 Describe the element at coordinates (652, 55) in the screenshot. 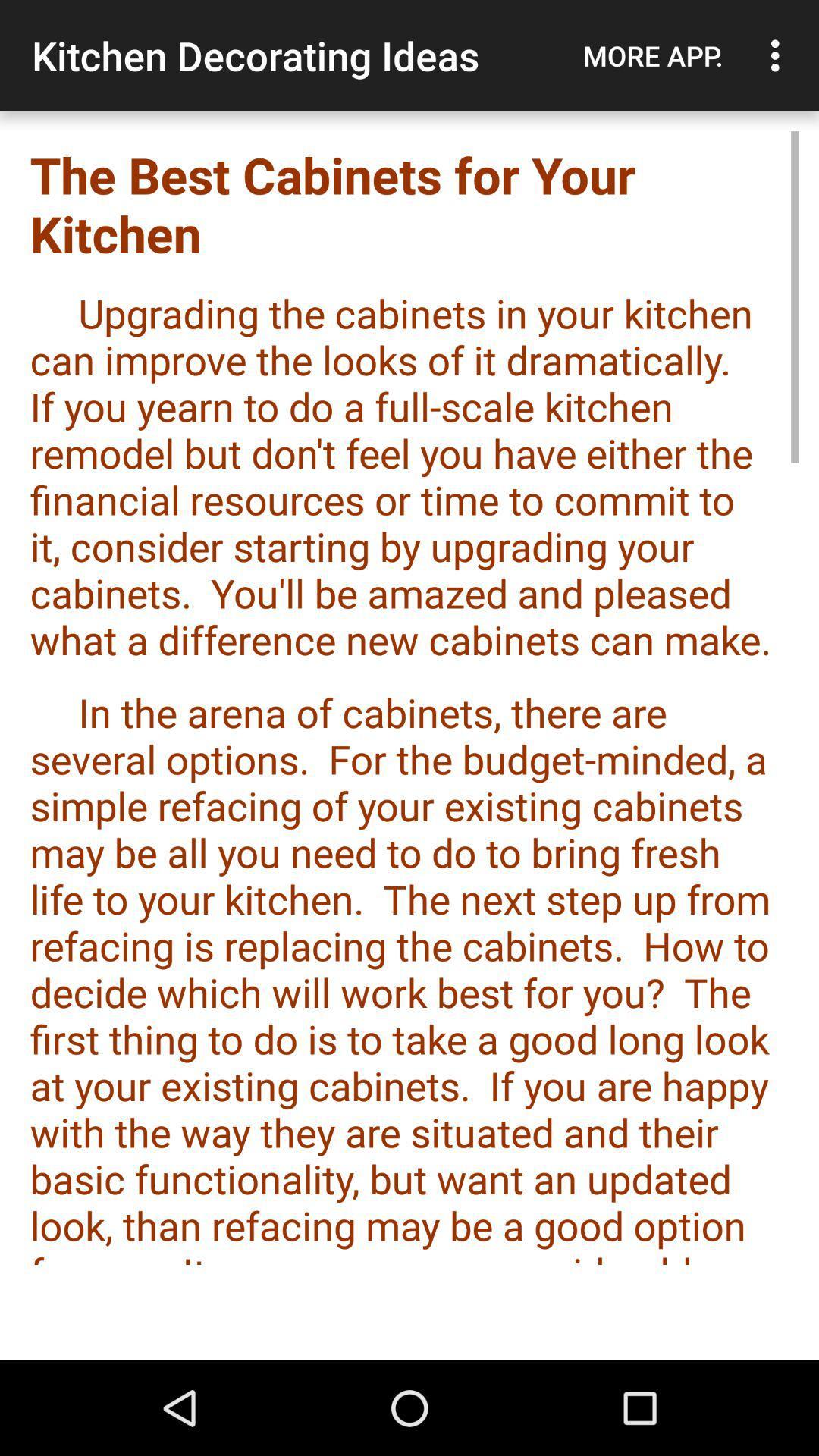

I see `the more app. item` at that location.